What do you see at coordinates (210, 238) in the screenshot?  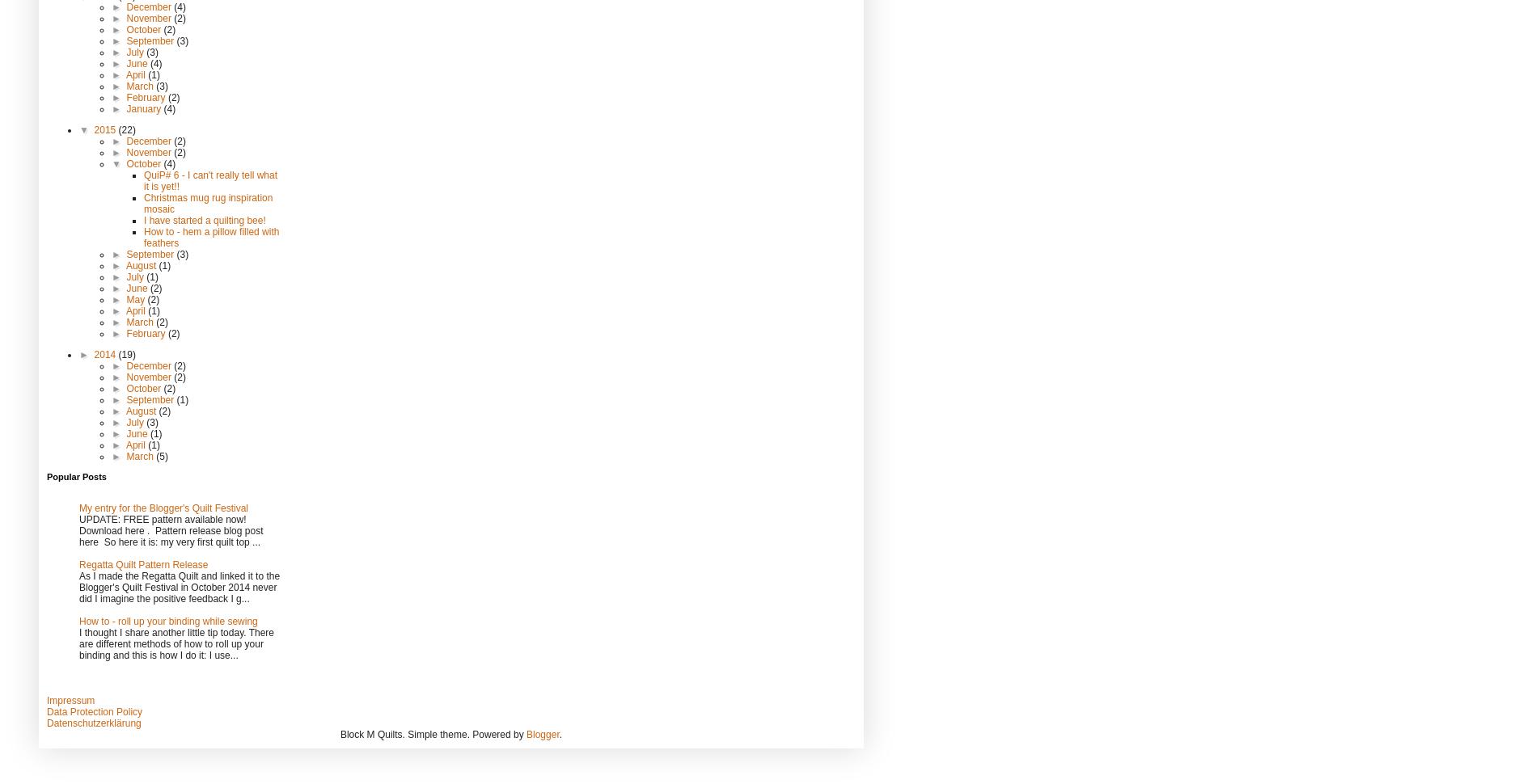 I see `'How to - hem a pillow filled with feathers'` at bounding box center [210, 238].